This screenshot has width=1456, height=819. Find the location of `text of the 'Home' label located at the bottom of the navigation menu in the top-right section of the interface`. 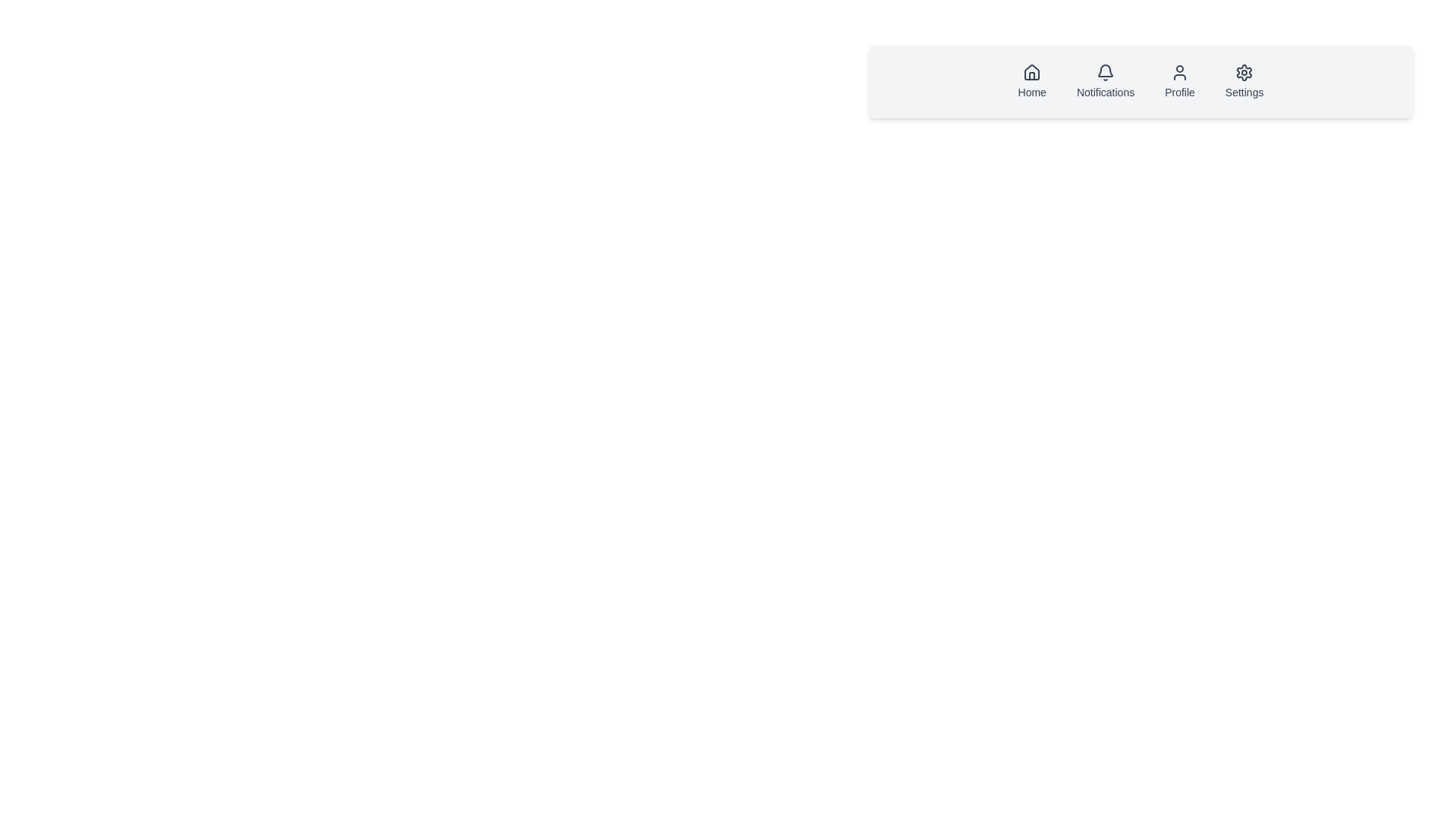

text of the 'Home' label located at the bottom of the navigation menu in the top-right section of the interface is located at coordinates (1031, 93).